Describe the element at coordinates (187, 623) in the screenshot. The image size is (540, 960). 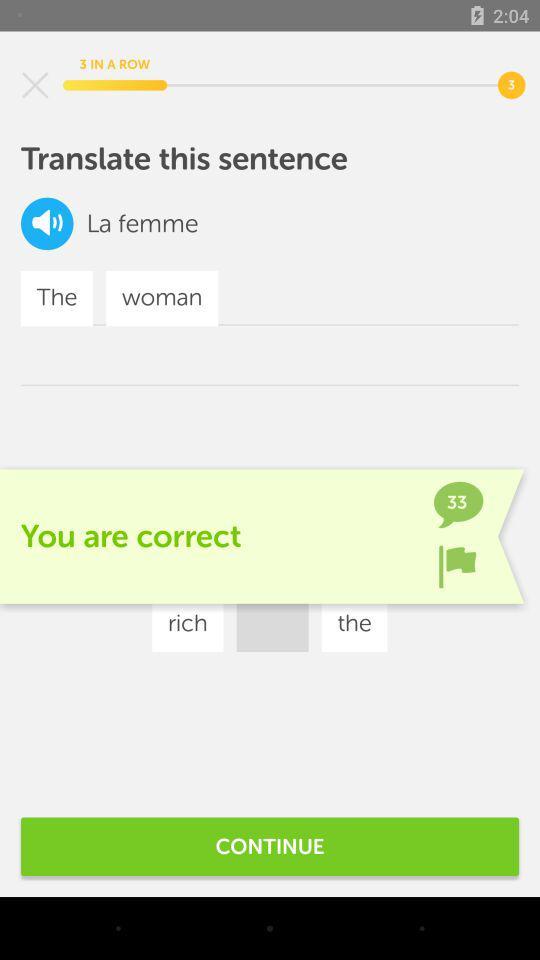
I see `rich` at that location.